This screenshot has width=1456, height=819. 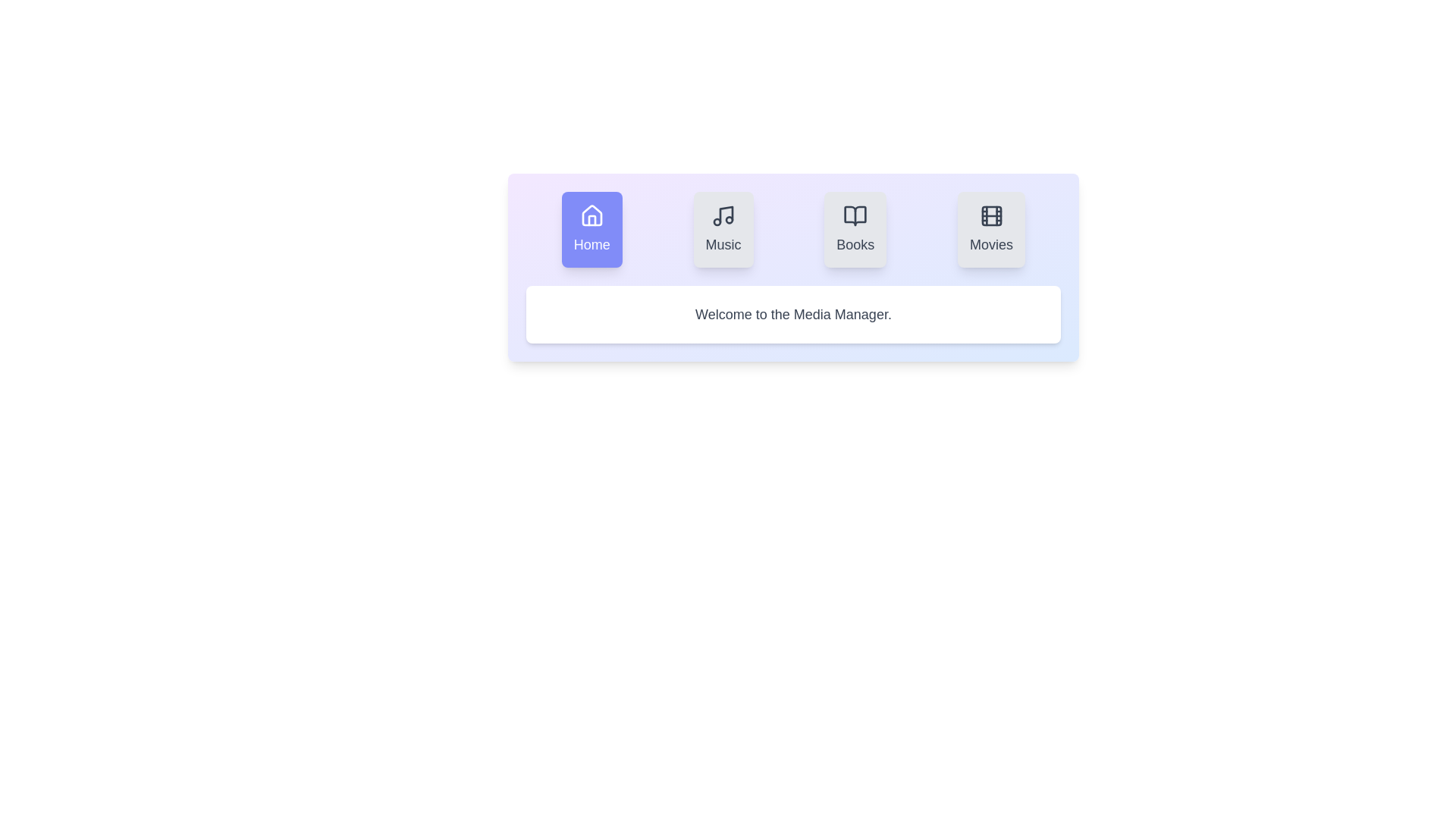 What do you see at coordinates (591, 230) in the screenshot?
I see `the Home tab to view its content` at bounding box center [591, 230].